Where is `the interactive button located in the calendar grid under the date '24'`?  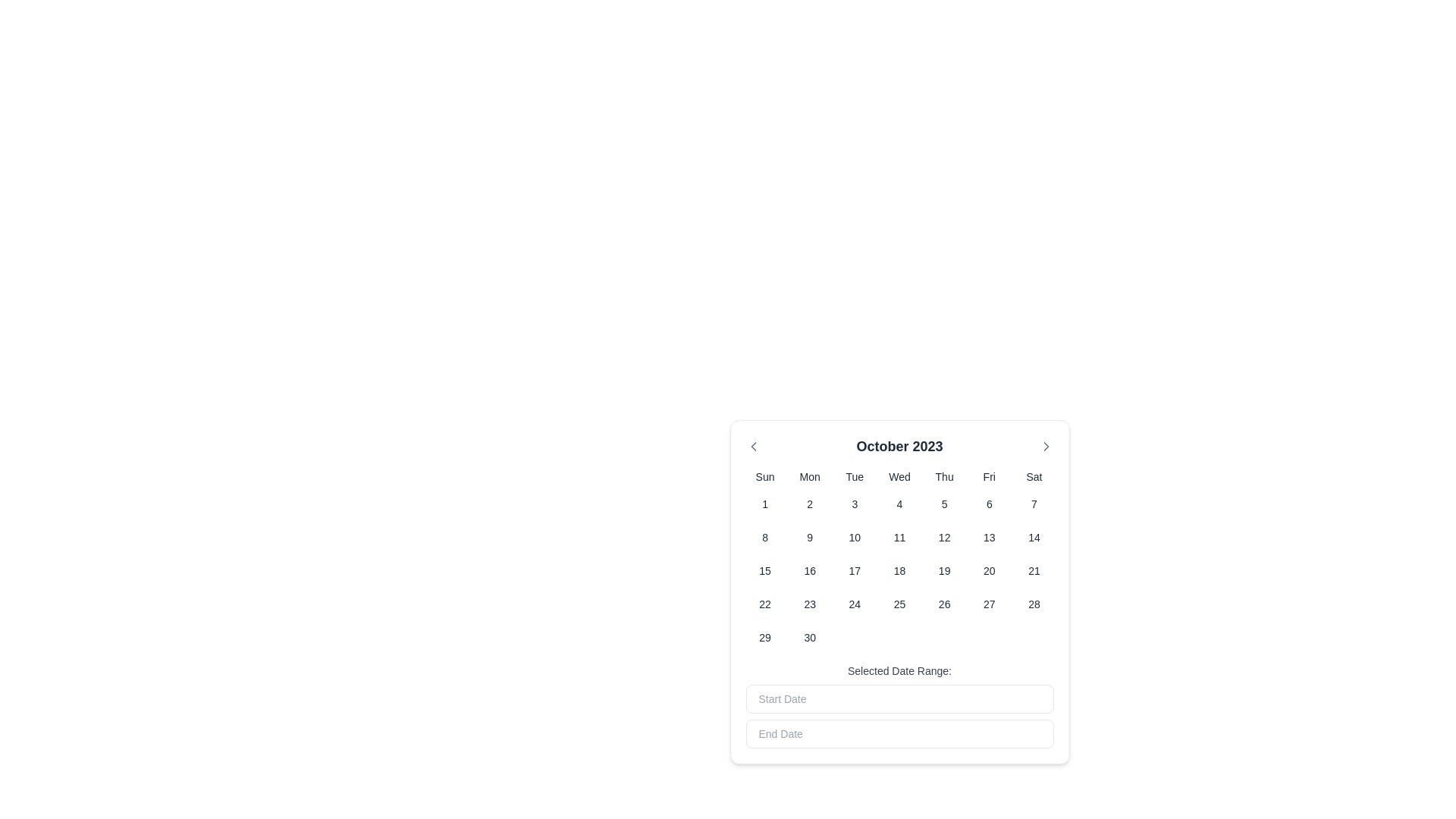 the interactive button located in the calendar grid under the date '24' is located at coordinates (855, 604).